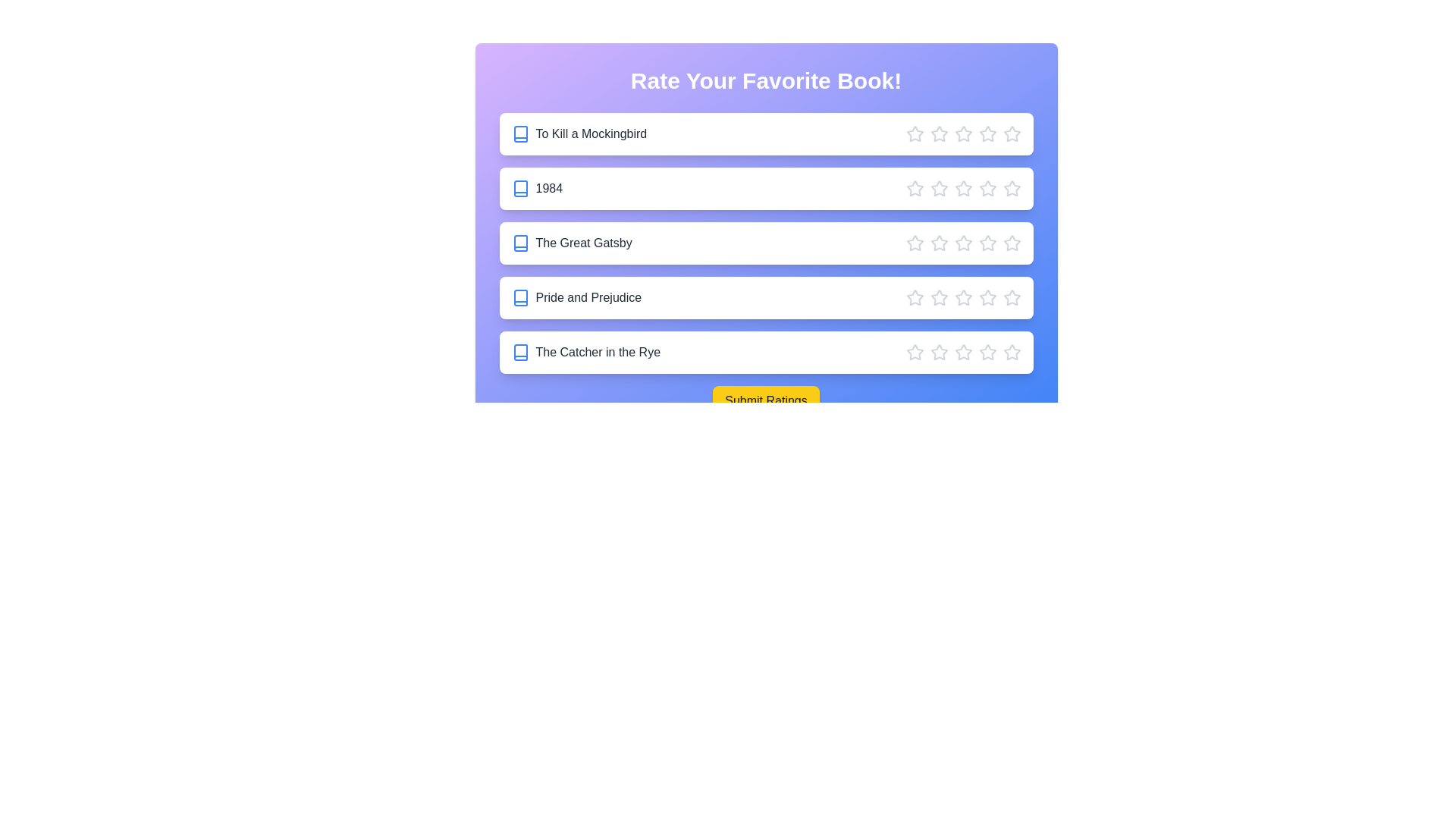 The image size is (1456, 819). Describe the element at coordinates (914, 353) in the screenshot. I see `the star corresponding to 1 stars for the book 'The Catcher in the Rye'` at that location.